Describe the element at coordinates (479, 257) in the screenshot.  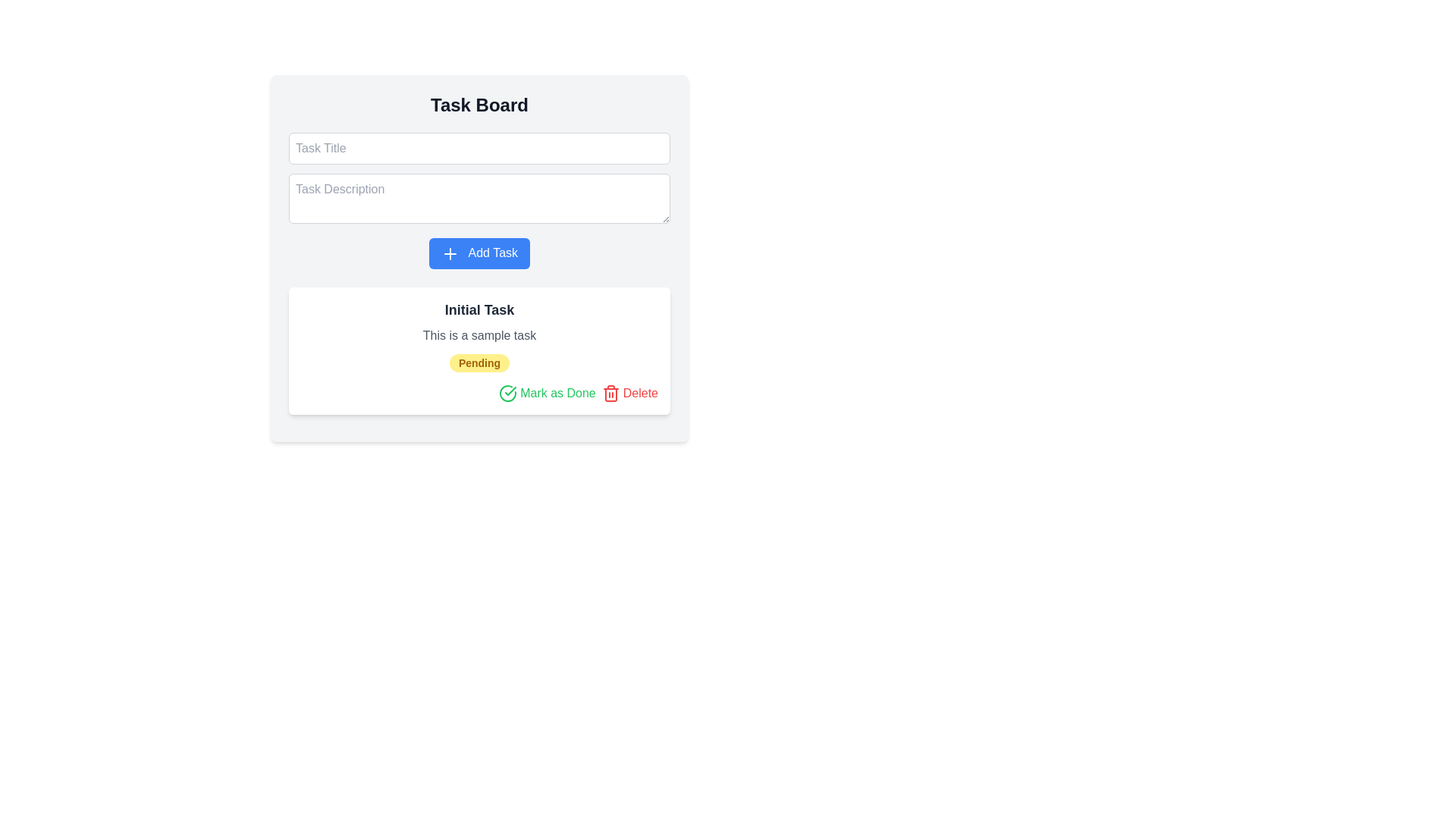
I see `the rectangular button with a blue background and white text reading 'Add Task'` at that location.